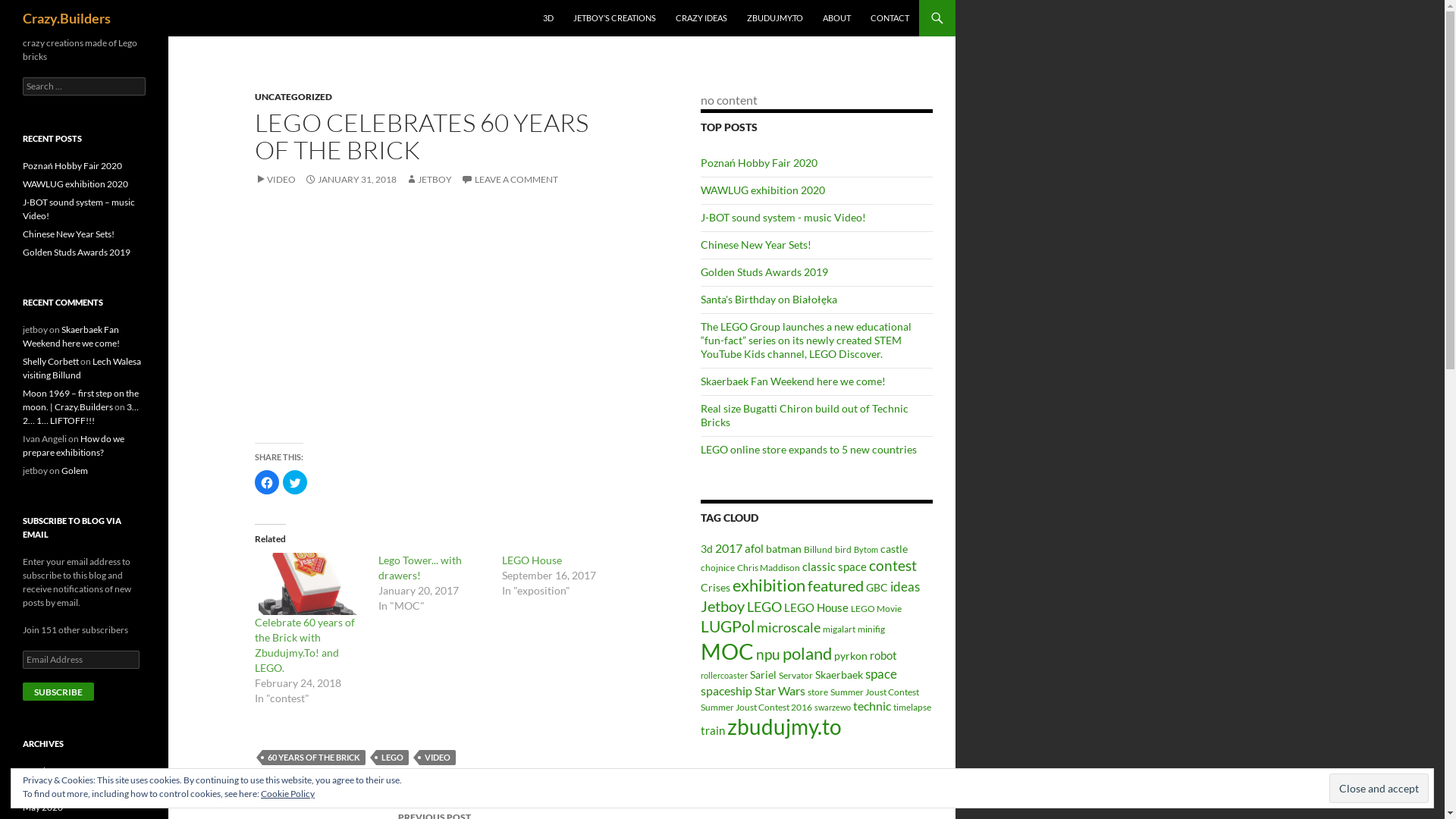 This screenshot has height=819, width=1456. Describe the element at coordinates (712, 730) in the screenshot. I see `'train'` at that location.